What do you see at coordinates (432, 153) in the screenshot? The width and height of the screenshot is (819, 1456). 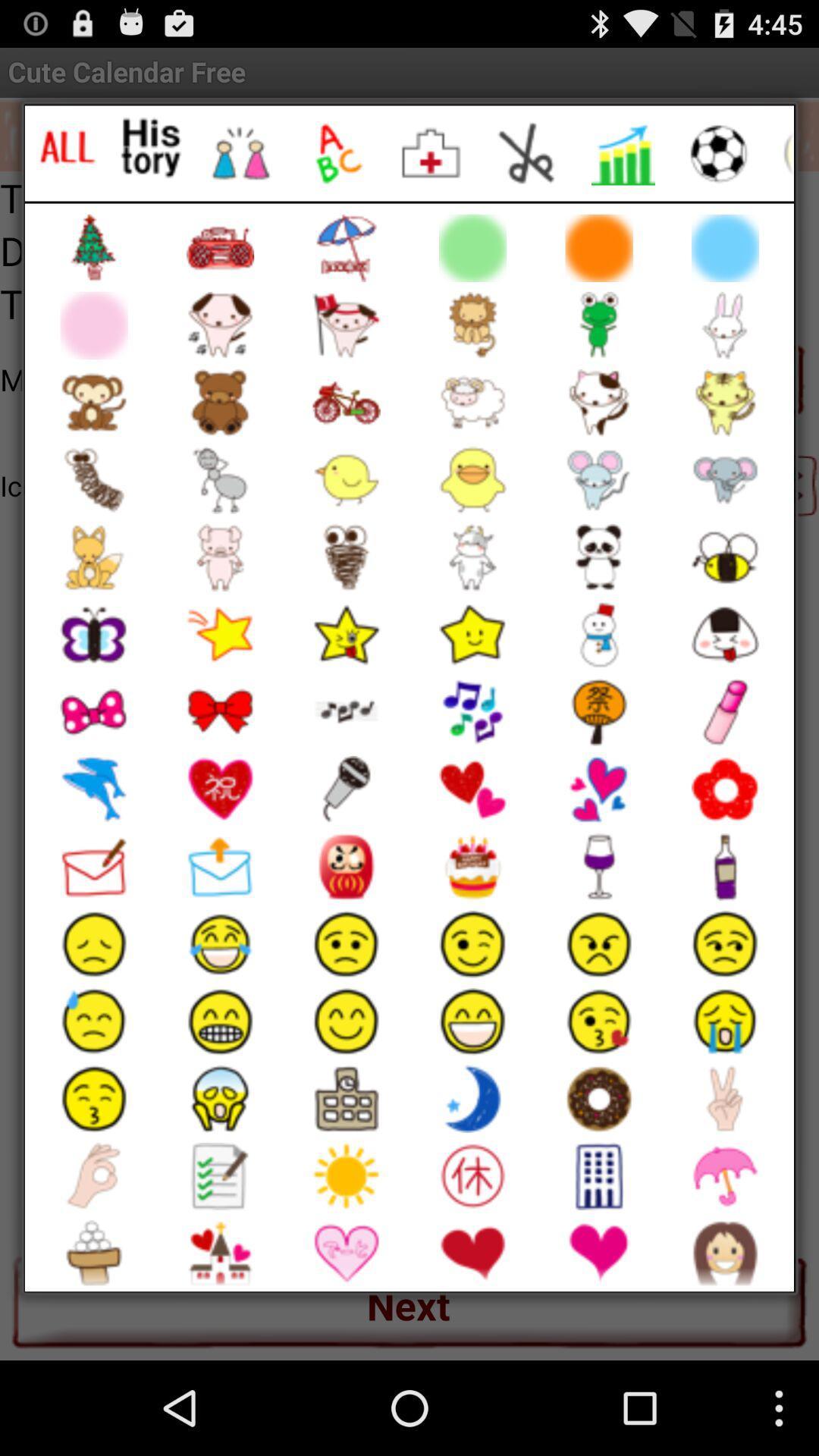 I see `emoji option` at bounding box center [432, 153].